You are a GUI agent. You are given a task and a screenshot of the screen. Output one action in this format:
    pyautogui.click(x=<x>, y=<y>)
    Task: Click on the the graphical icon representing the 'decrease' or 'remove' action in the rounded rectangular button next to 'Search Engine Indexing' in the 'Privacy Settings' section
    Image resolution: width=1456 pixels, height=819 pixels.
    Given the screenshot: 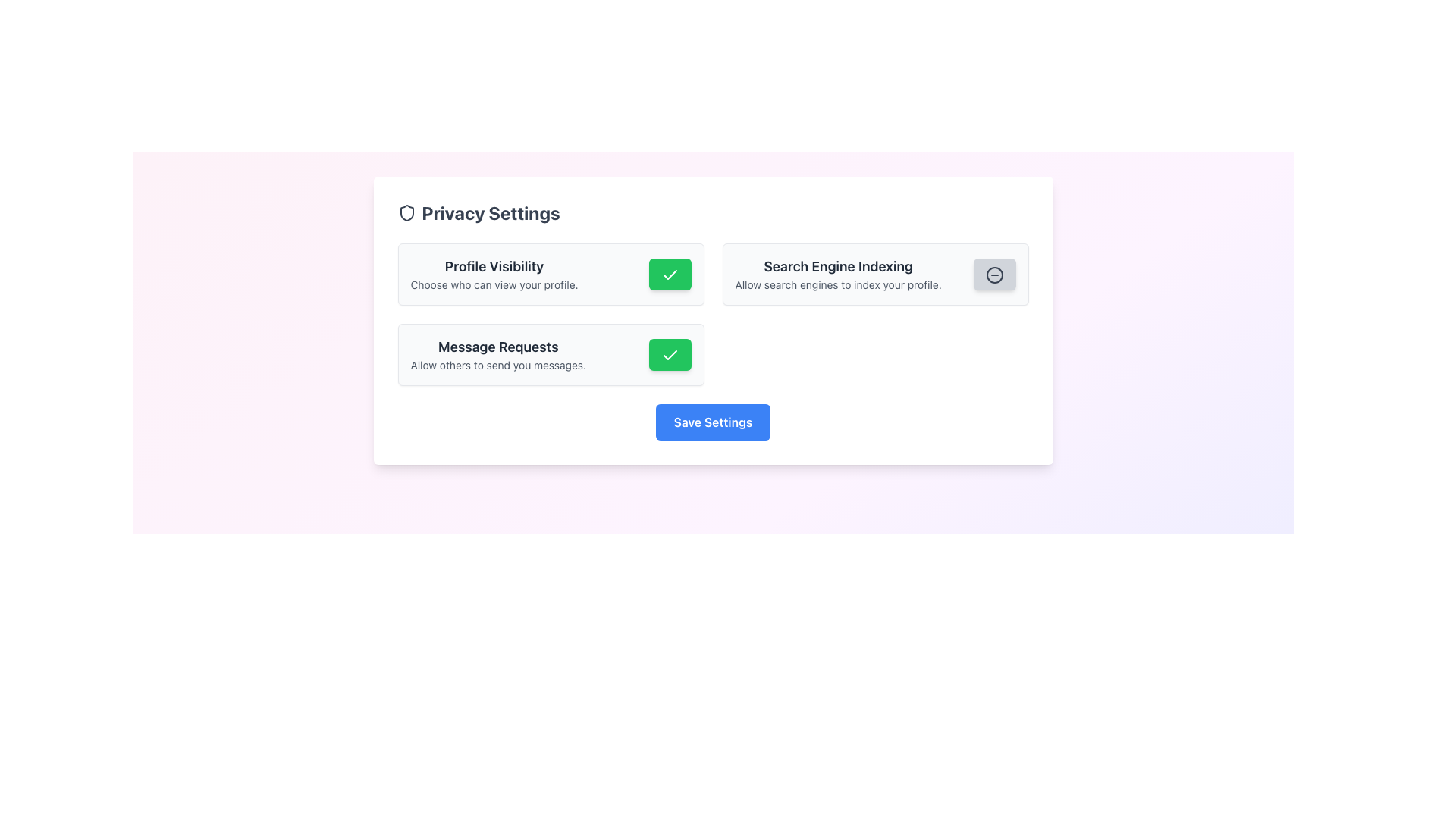 What is the action you would take?
    pyautogui.click(x=994, y=275)
    